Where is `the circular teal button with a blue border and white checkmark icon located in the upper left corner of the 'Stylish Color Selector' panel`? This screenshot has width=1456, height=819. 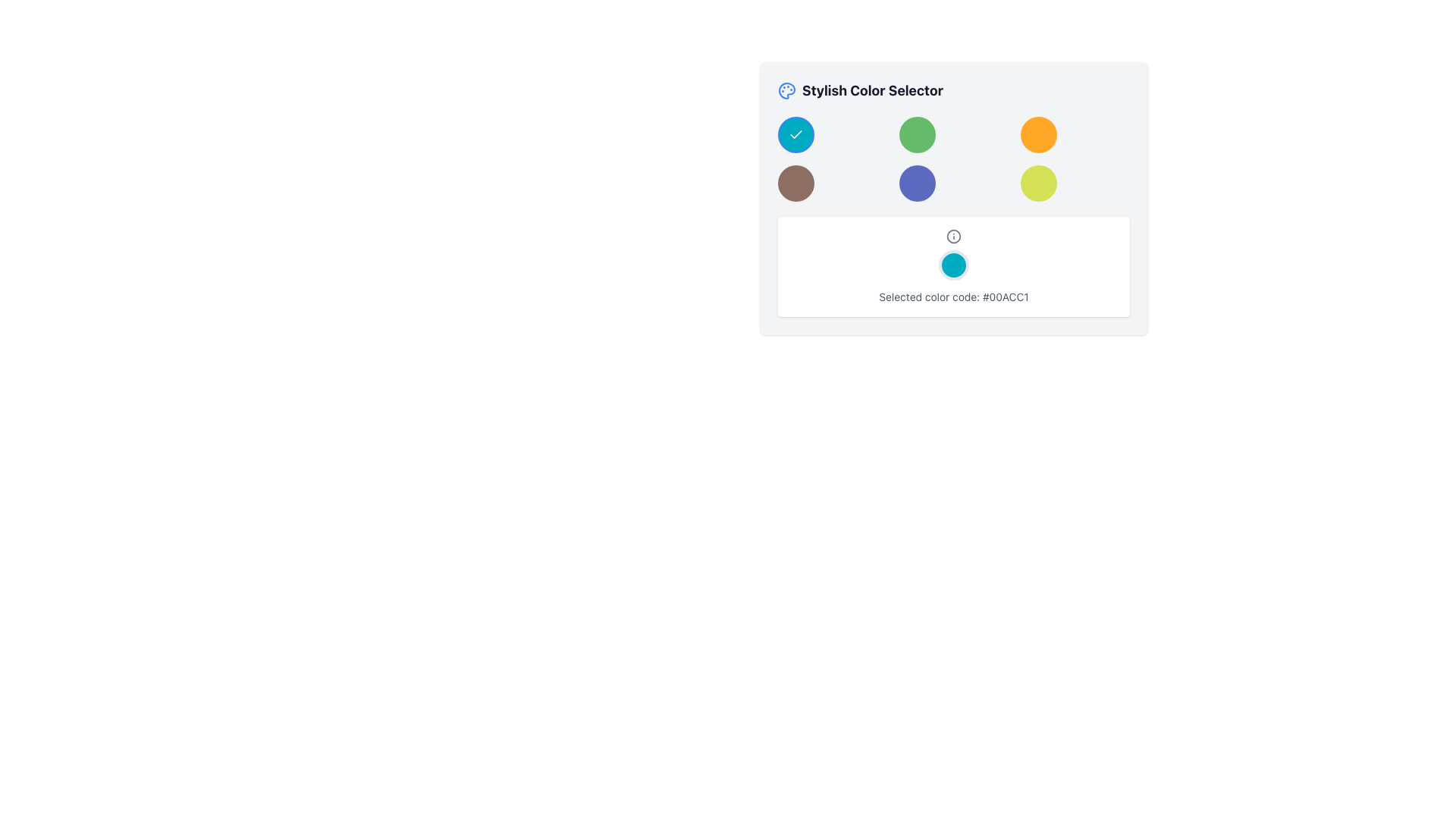
the circular teal button with a blue border and white checkmark icon located in the upper left corner of the 'Stylish Color Selector' panel is located at coordinates (795, 133).